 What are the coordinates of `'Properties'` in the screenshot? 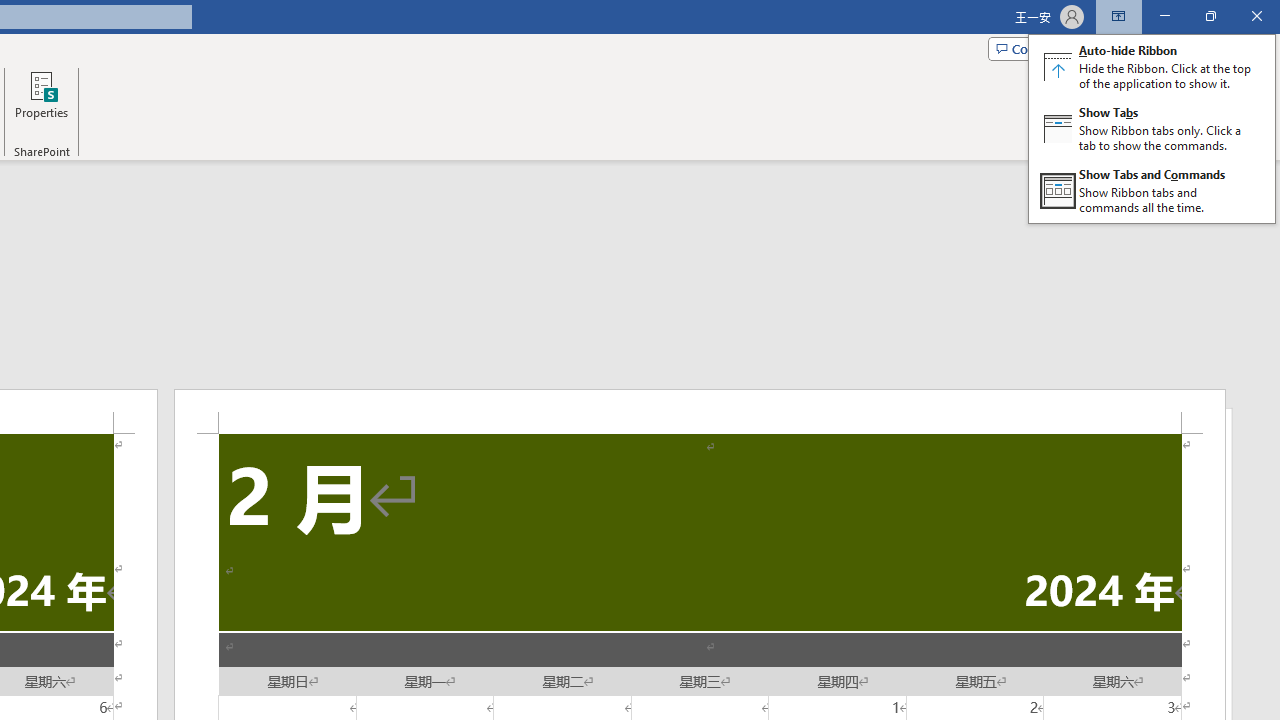 It's located at (41, 103).